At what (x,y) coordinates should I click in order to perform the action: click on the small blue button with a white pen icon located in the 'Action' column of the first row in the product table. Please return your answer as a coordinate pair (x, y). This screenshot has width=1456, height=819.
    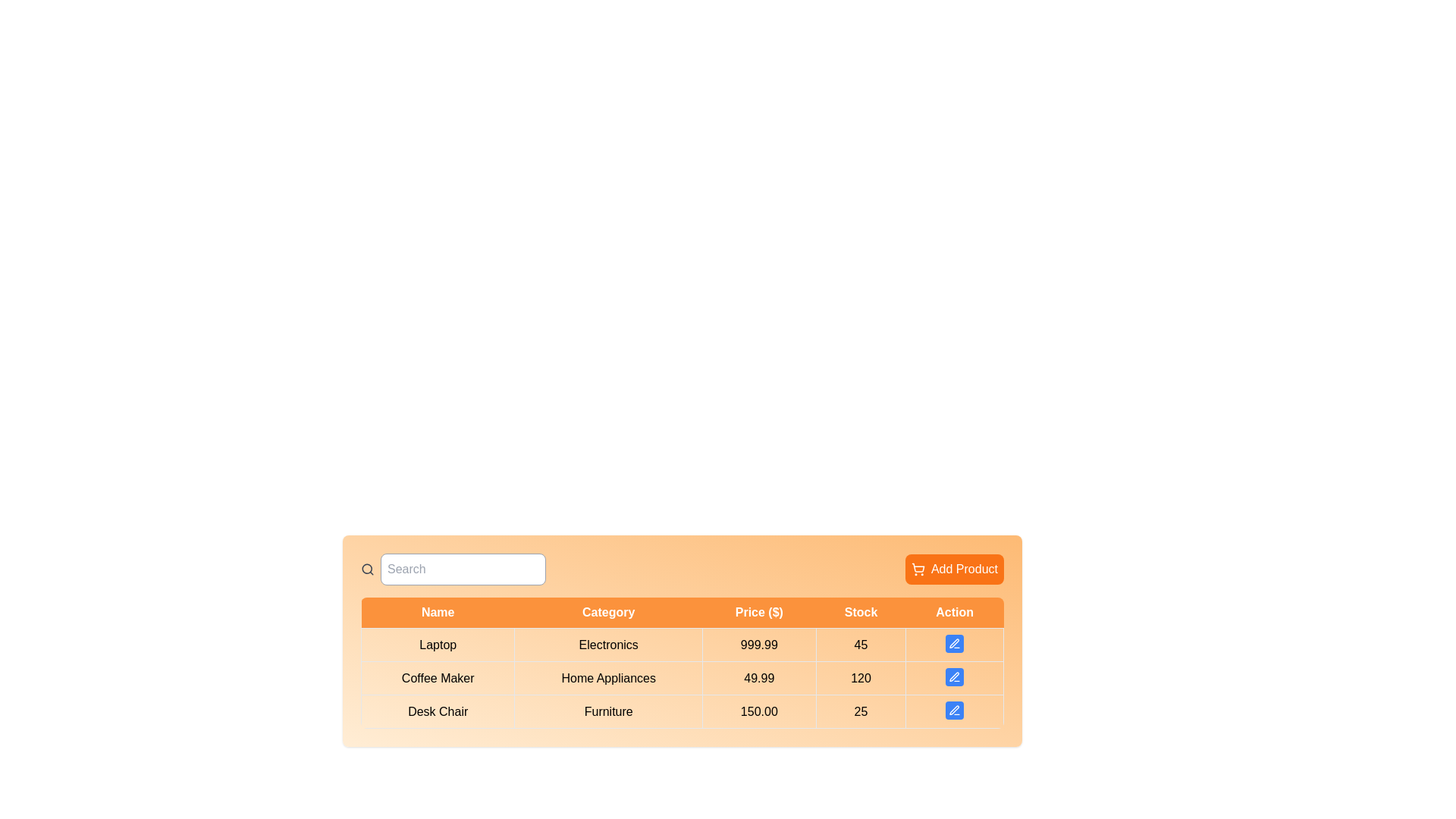
    Looking at the image, I should click on (954, 643).